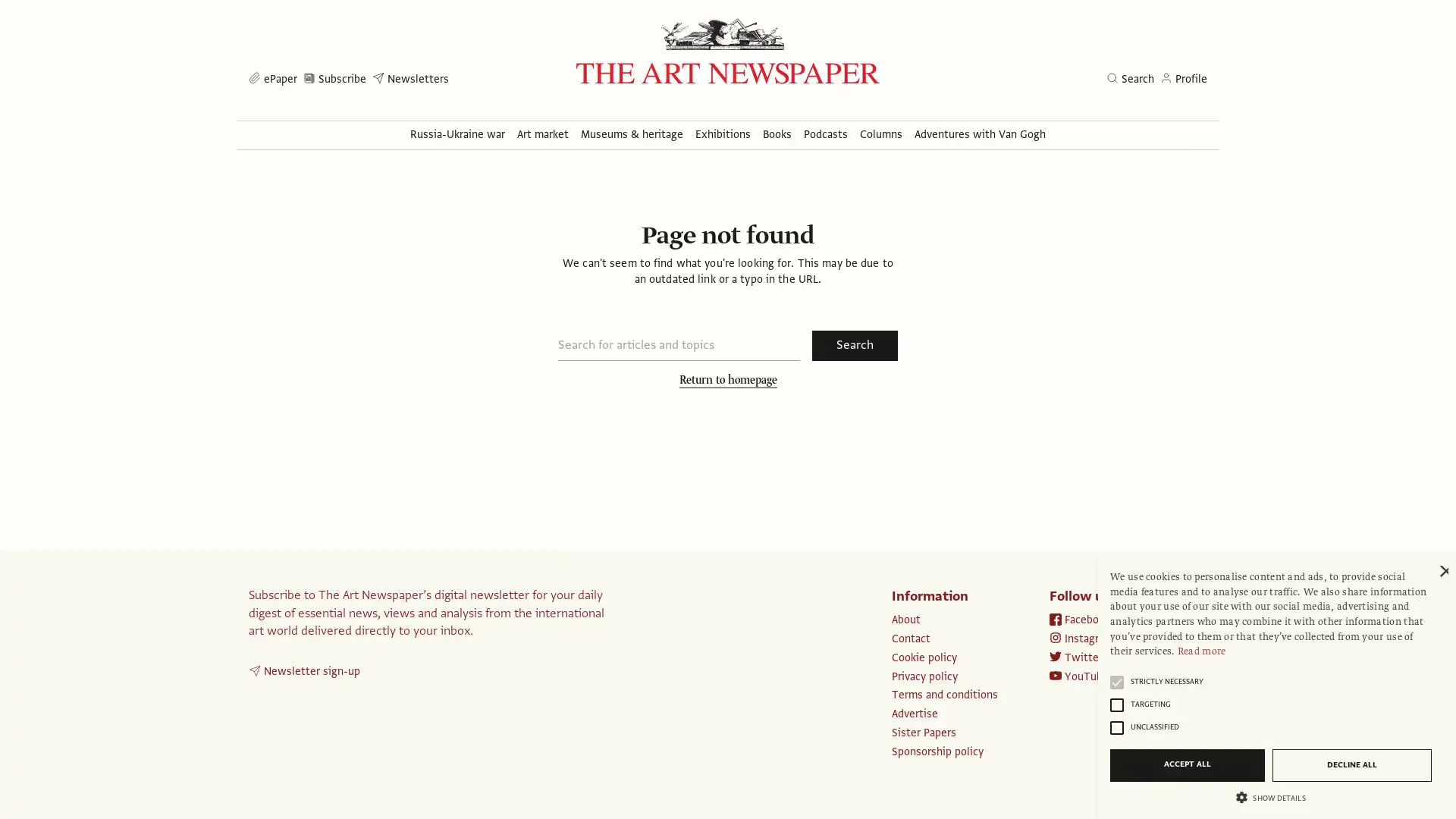  What do you see at coordinates (1270, 795) in the screenshot?
I see `SHOW DETAILS` at bounding box center [1270, 795].